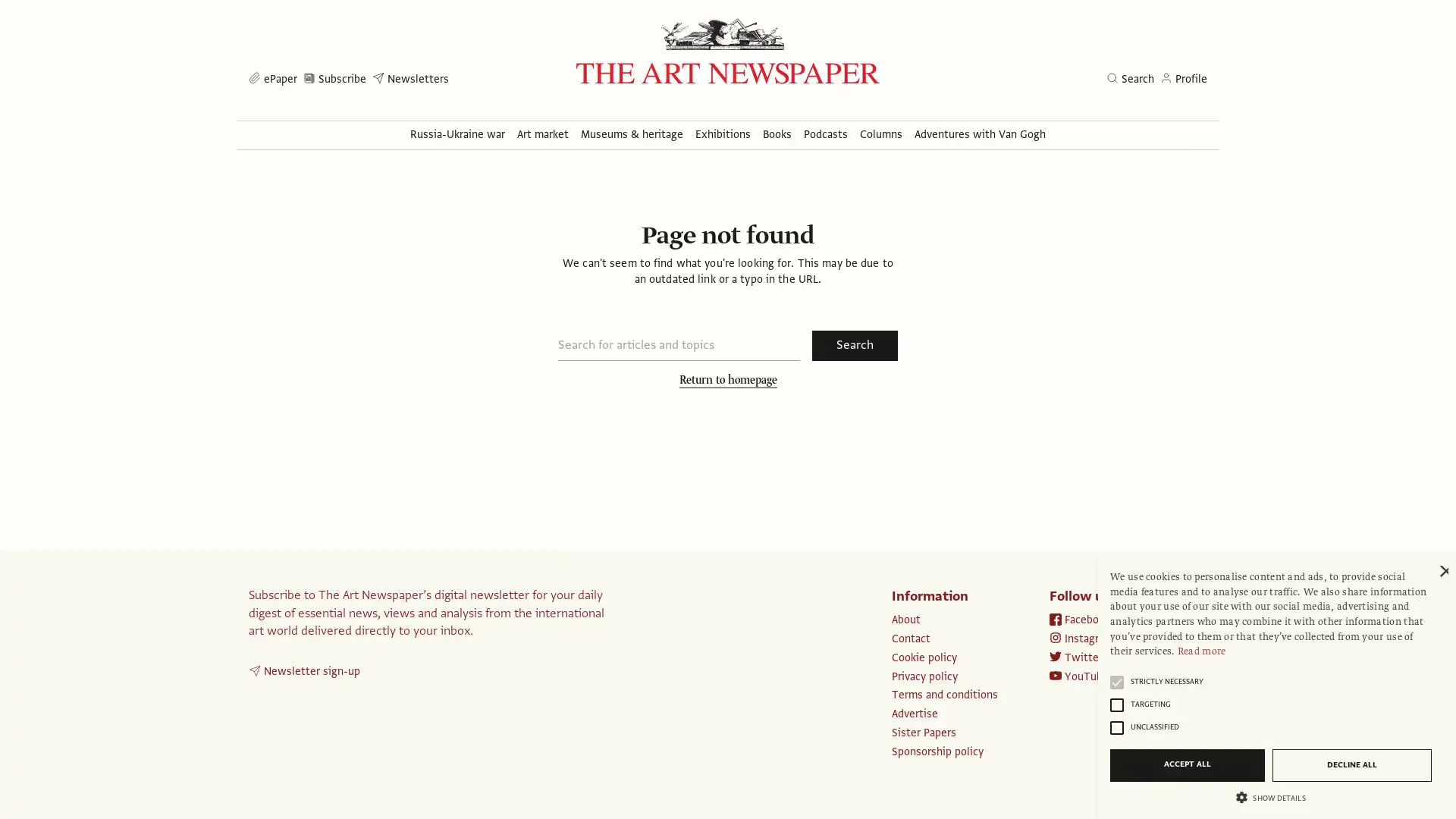  What do you see at coordinates (1270, 795) in the screenshot?
I see `SHOW DETAILS` at bounding box center [1270, 795].